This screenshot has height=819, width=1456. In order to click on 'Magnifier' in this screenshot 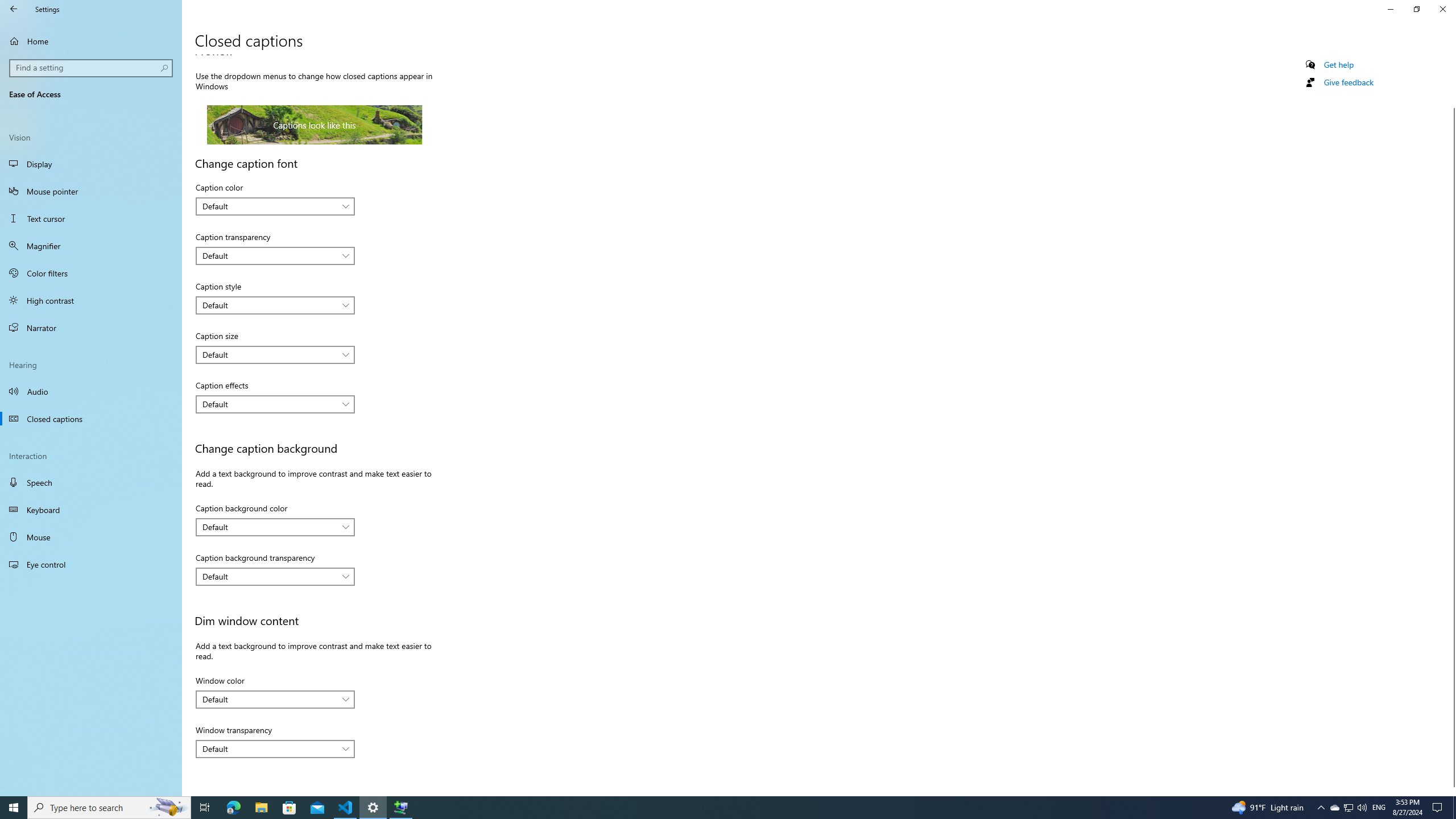, I will do `click(90, 246)`.